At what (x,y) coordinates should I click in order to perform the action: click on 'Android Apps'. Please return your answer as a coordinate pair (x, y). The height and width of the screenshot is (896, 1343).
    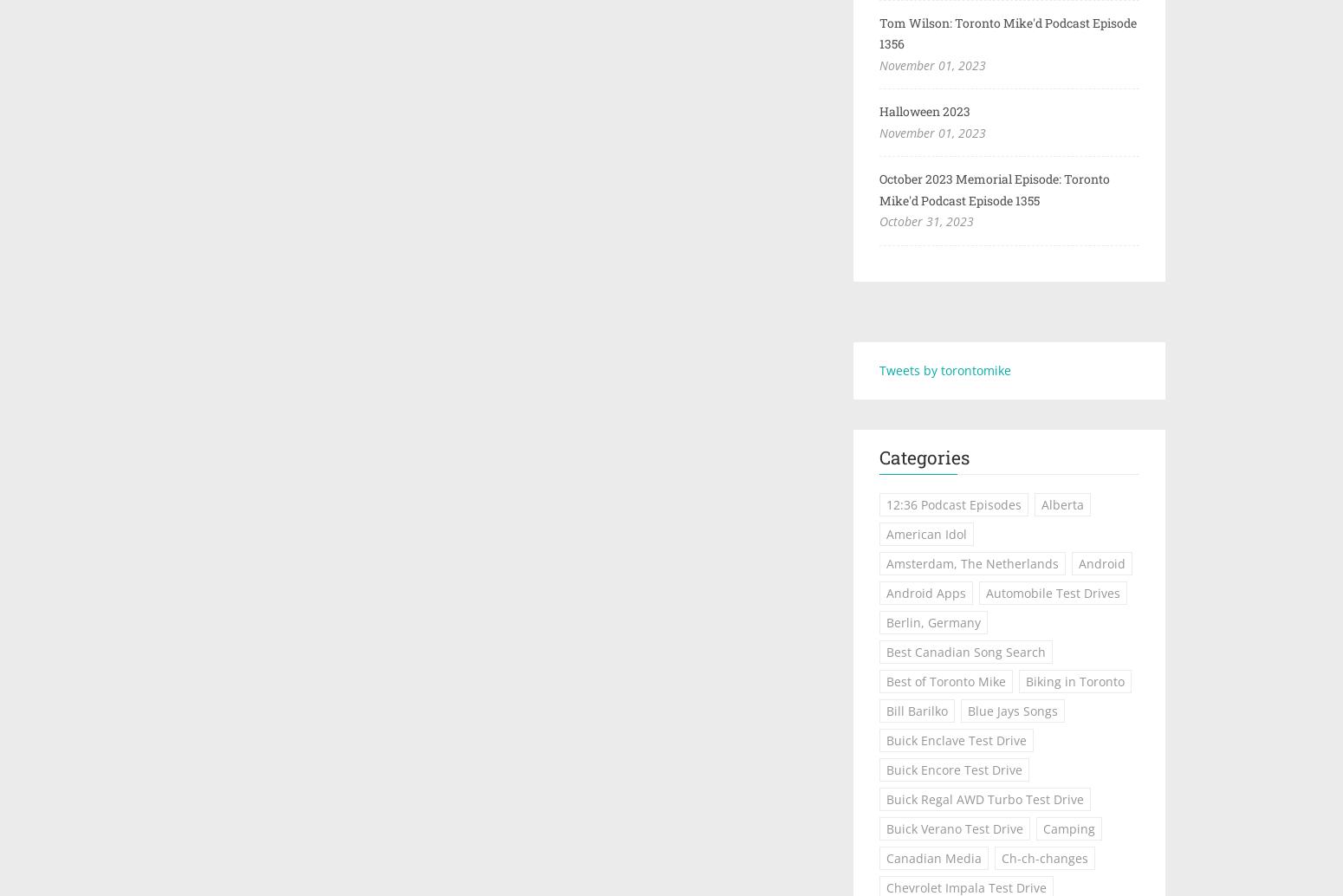
    Looking at the image, I should click on (926, 593).